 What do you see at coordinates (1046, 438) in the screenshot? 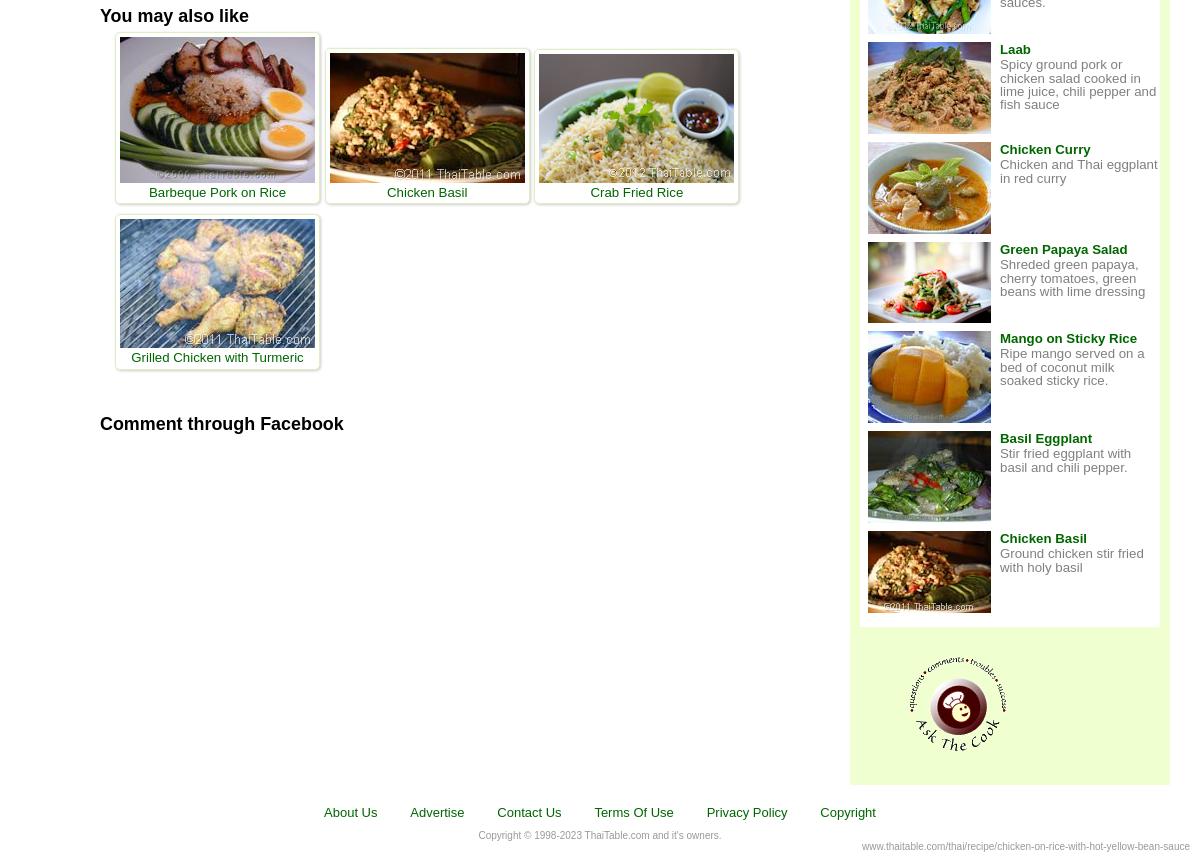
I see `'Basil Eggplant'` at bounding box center [1046, 438].